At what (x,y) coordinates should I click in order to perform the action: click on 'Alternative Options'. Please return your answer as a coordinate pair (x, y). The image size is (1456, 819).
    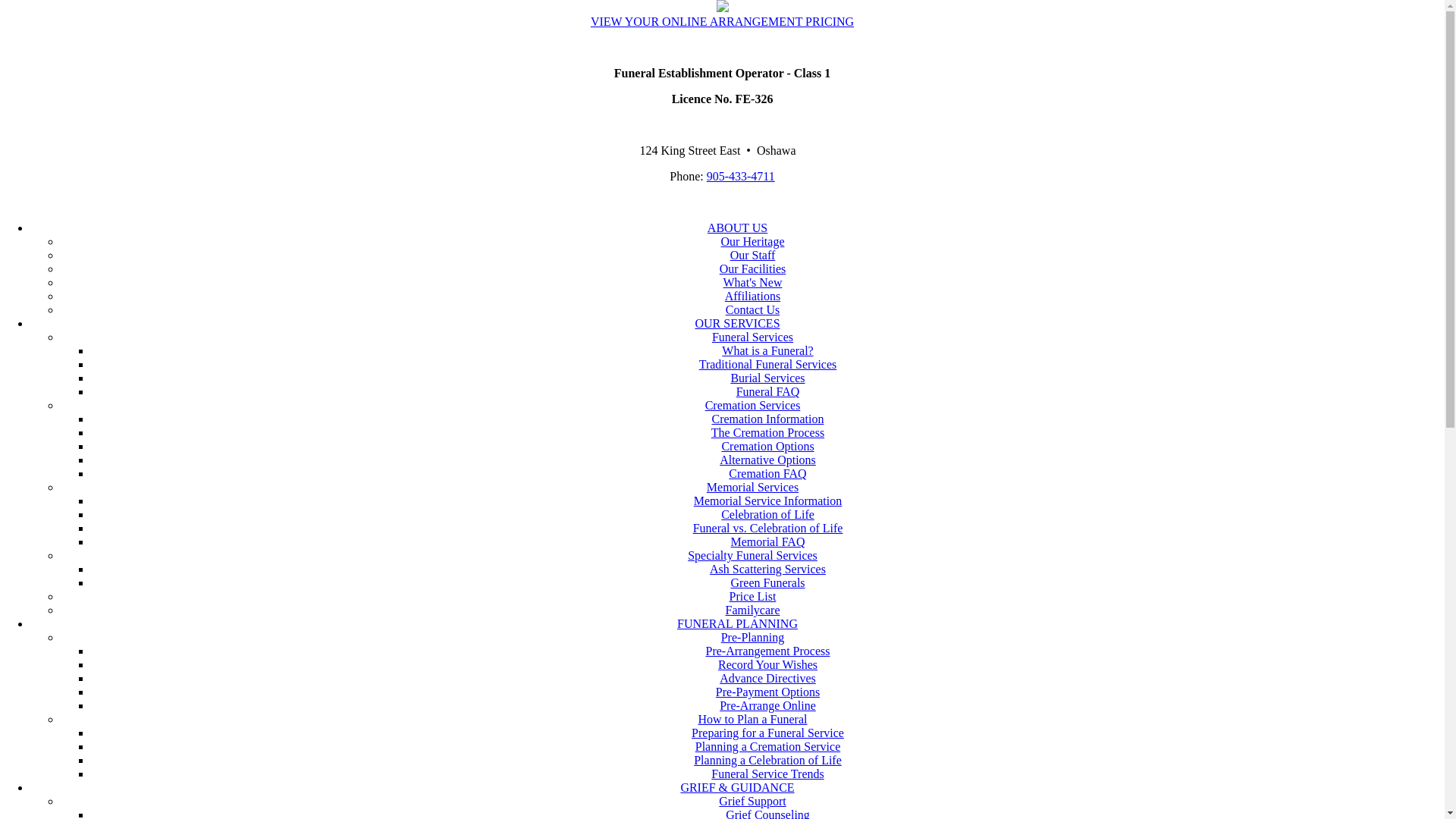
    Looking at the image, I should click on (767, 459).